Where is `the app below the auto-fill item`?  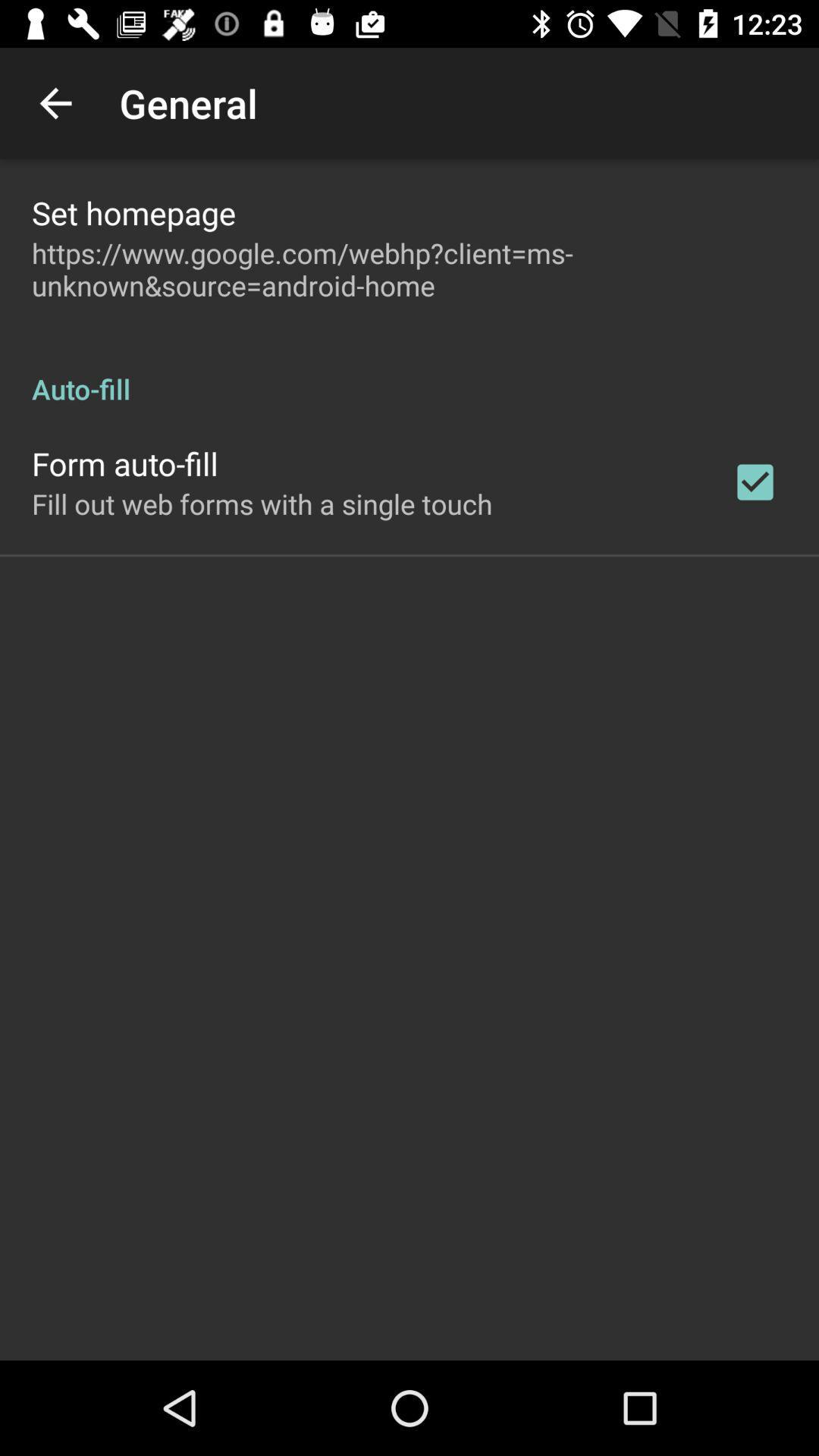 the app below the auto-fill item is located at coordinates (755, 481).